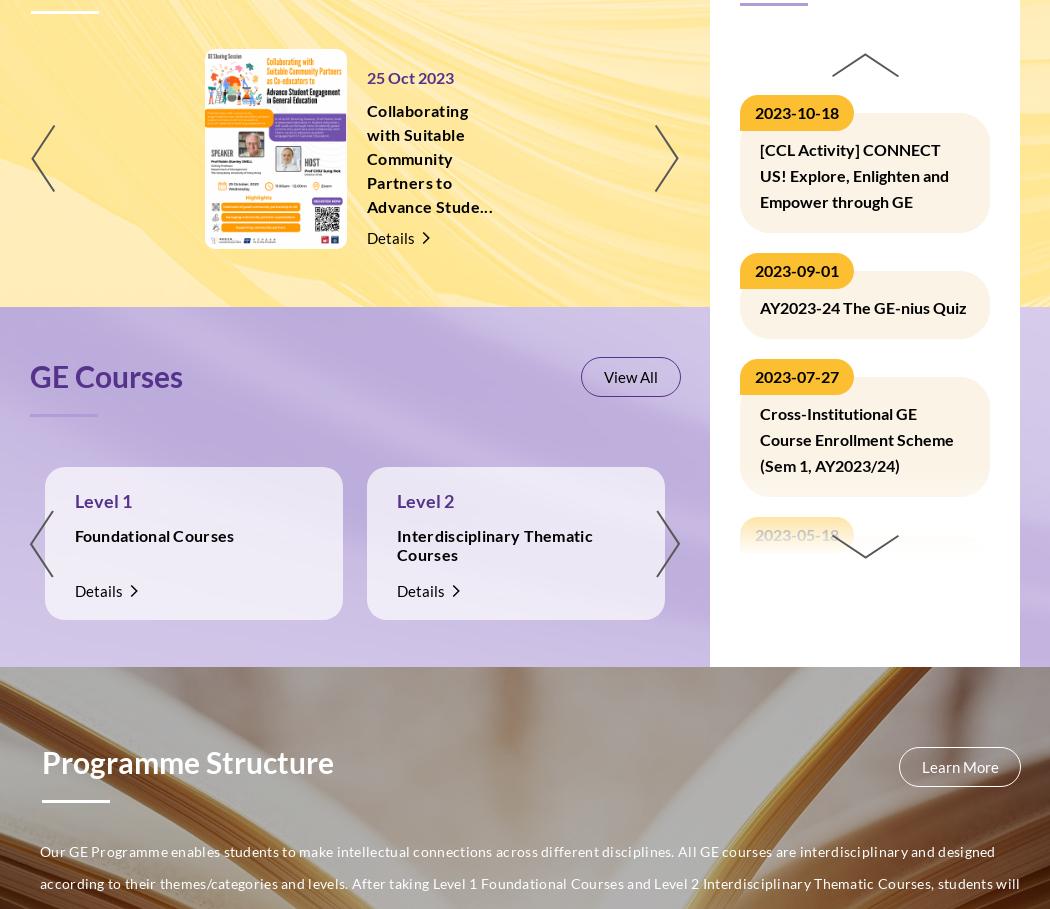  What do you see at coordinates (1002, 76) in the screenshot?
I see `'30 May 2023'` at bounding box center [1002, 76].